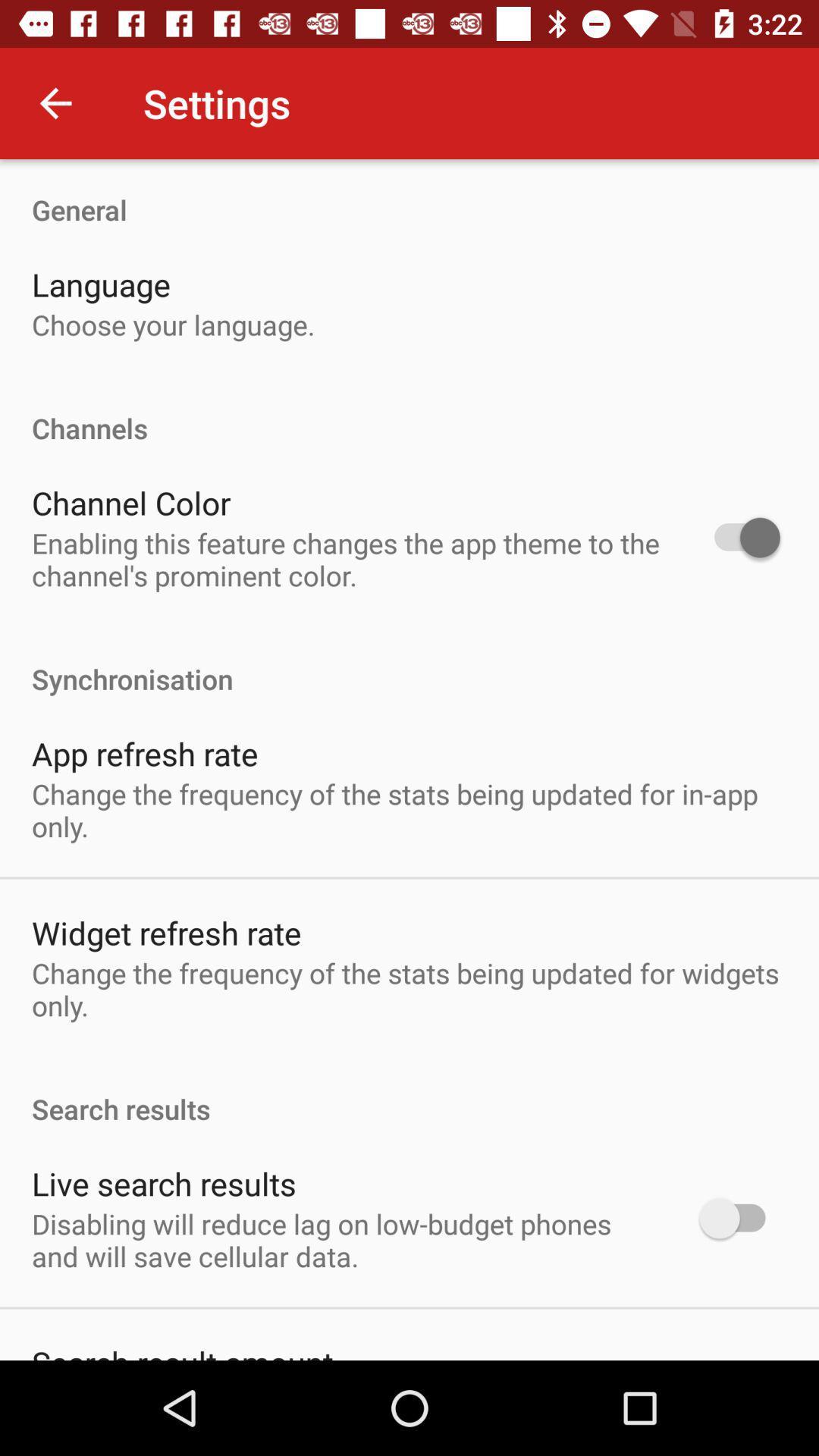 This screenshot has width=819, height=1456. Describe the element at coordinates (409, 663) in the screenshot. I see `synchronisation item` at that location.